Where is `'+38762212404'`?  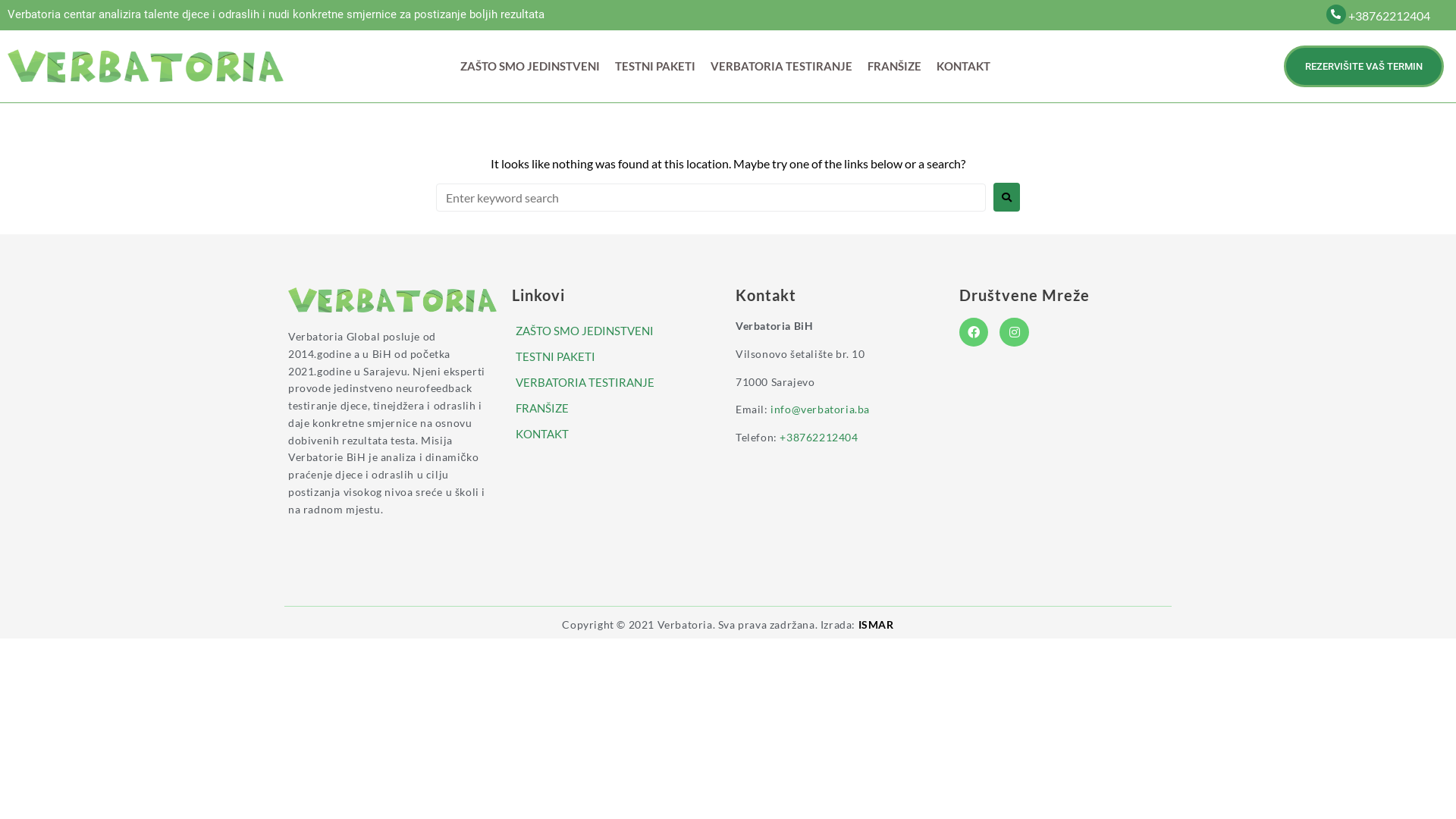
'+38762212404' is located at coordinates (817, 437).